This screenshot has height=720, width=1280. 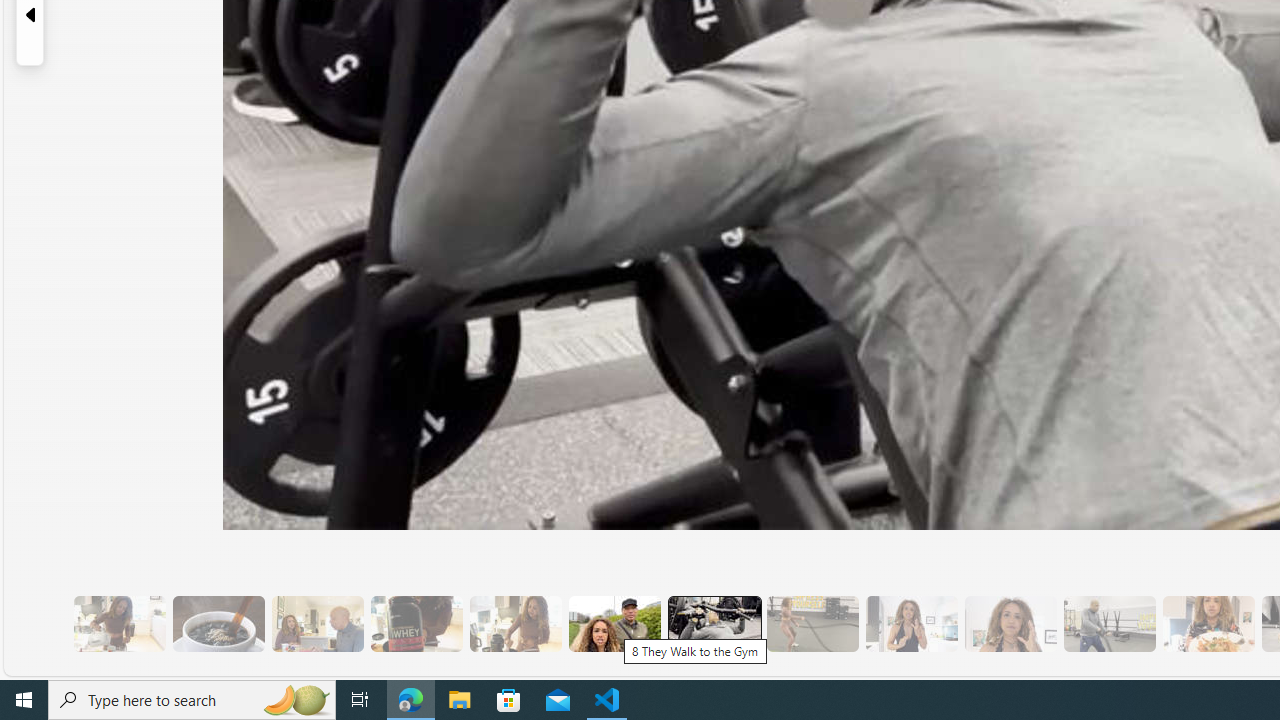 I want to click on '6 Since Eating More Protein Her Training Has Improved', so click(x=415, y=623).